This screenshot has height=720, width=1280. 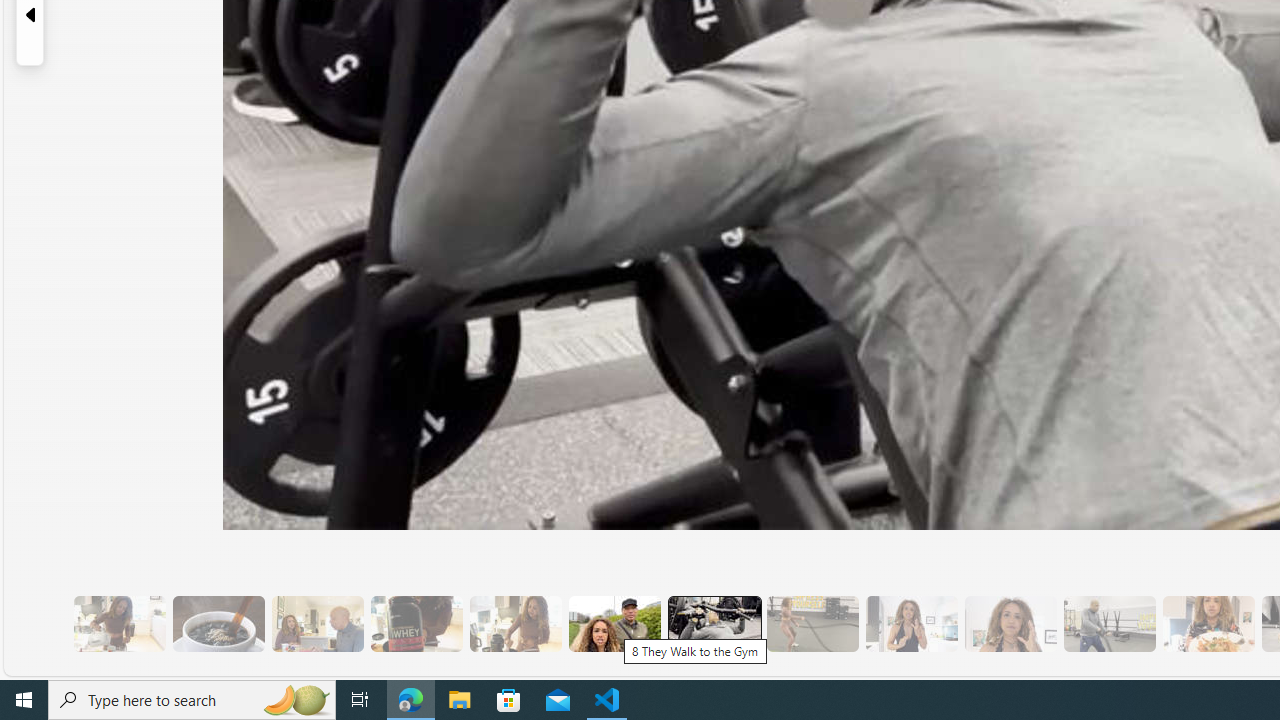 I want to click on '6 Since Eating More Protein Her Training Has Improved', so click(x=415, y=623).